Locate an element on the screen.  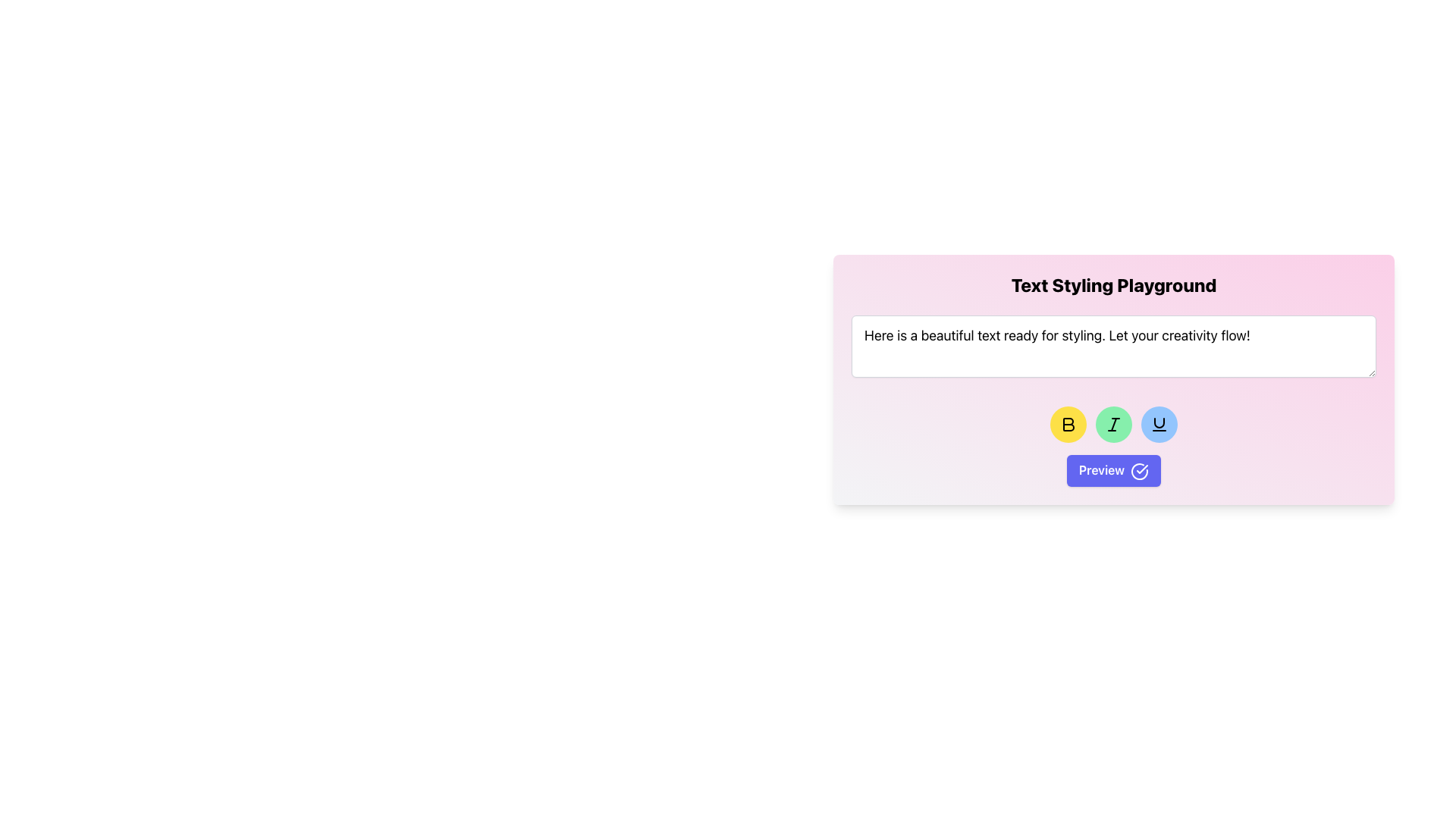
the graphical icon of a circle with a check mark, located to the right of the 'Preview' button is located at coordinates (1139, 470).